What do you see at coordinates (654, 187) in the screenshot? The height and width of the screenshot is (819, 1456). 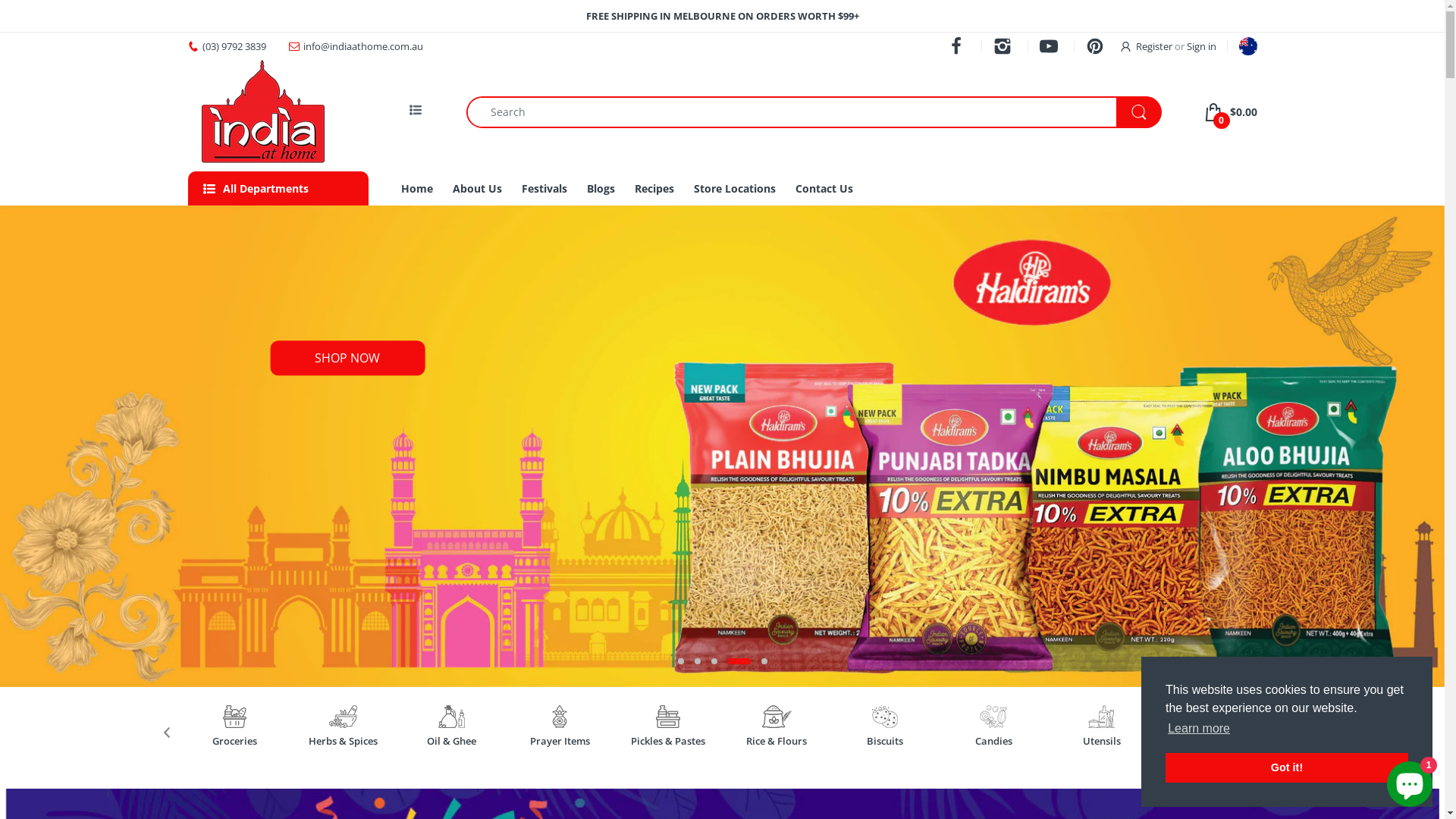 I see `'Recipes'` at bounding box center [654, 187].